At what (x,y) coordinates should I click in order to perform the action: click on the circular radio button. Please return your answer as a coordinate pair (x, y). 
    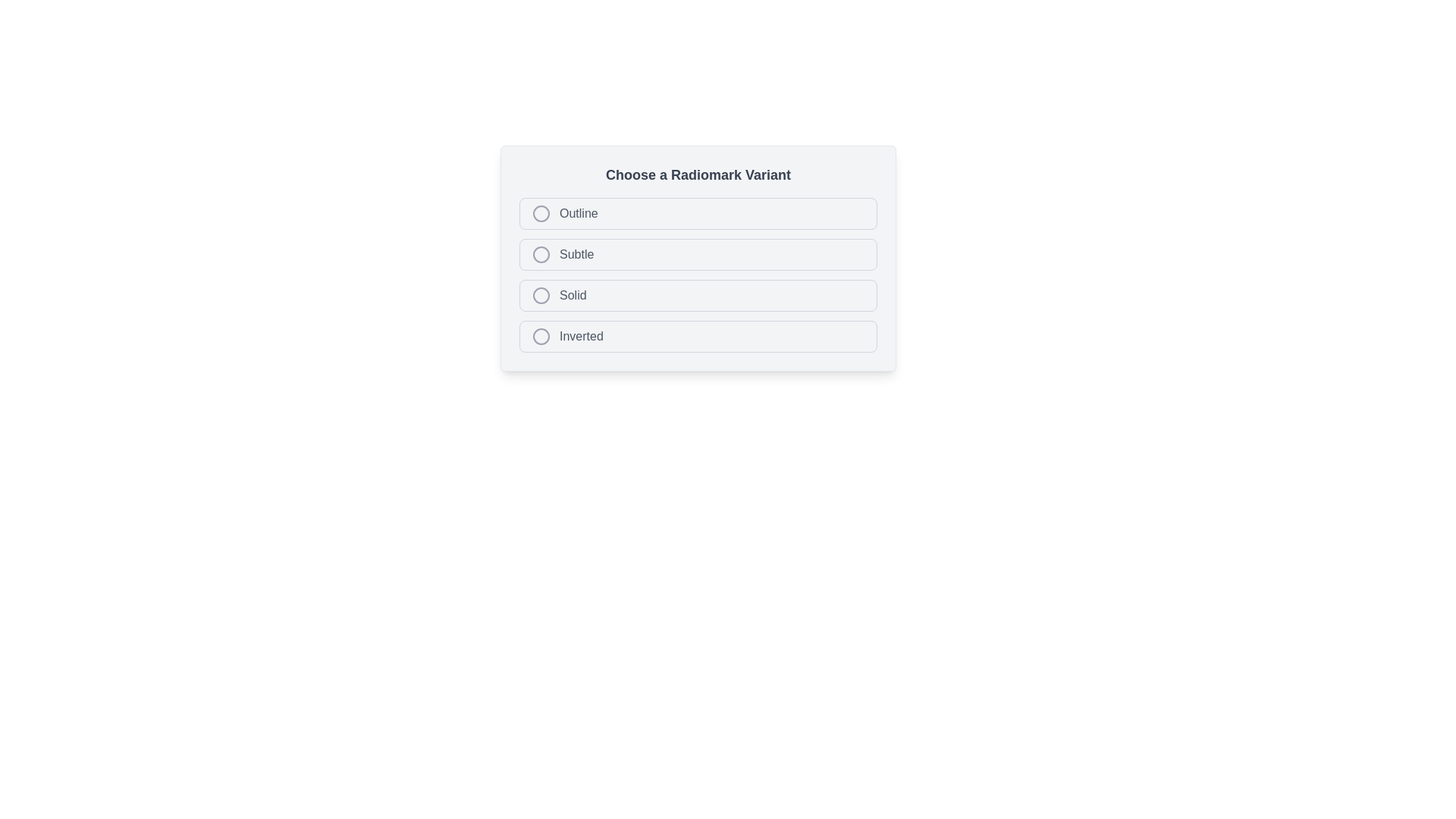
    Looking at the image, I should click on (541, 335).